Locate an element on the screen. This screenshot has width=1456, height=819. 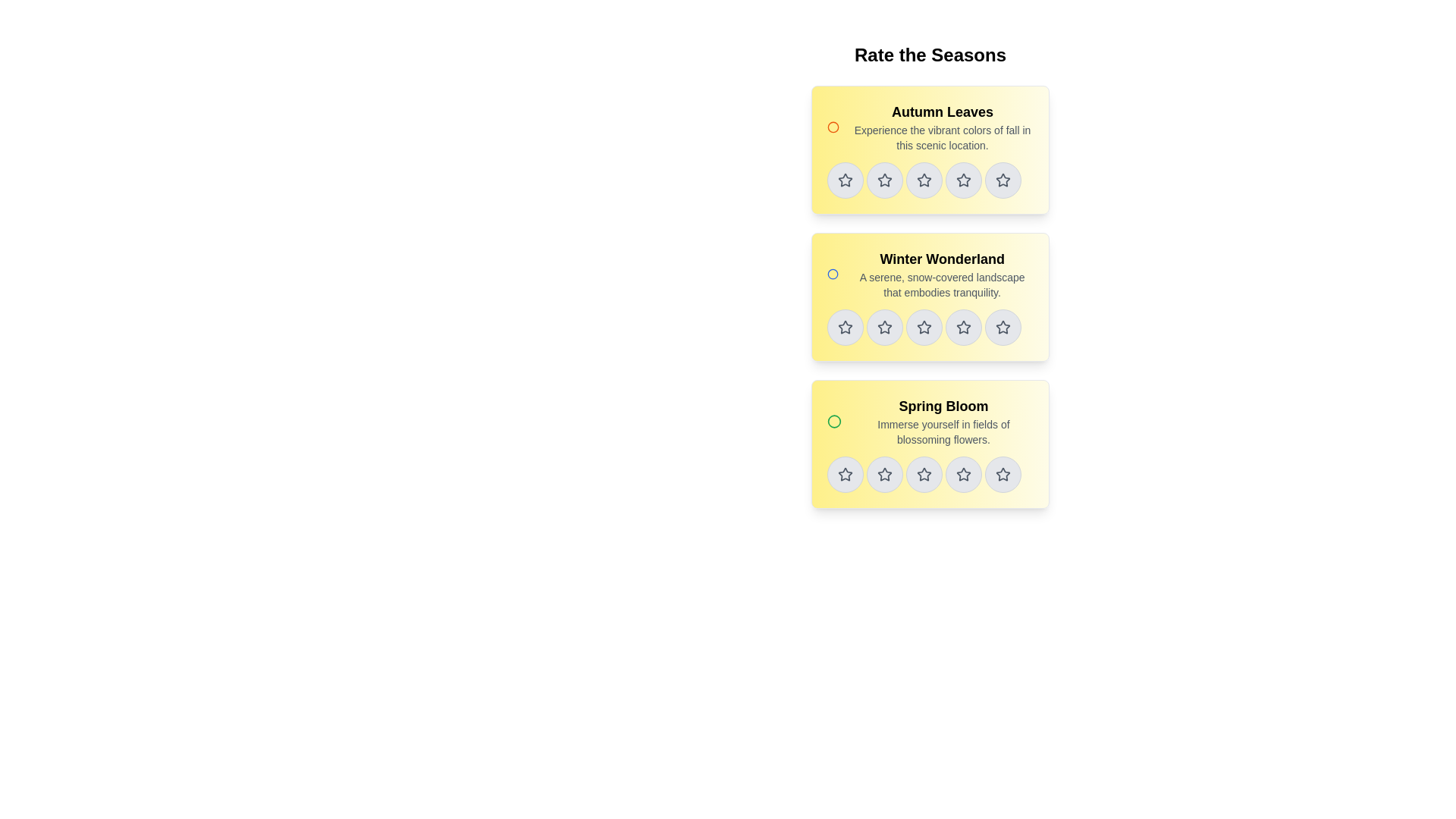
the text block titled 'Autumn Leaves' with a prominent bold first line and a smaller second line, located within the first yellow rectangular card in a vertical list is located at coordinates (930, 127).